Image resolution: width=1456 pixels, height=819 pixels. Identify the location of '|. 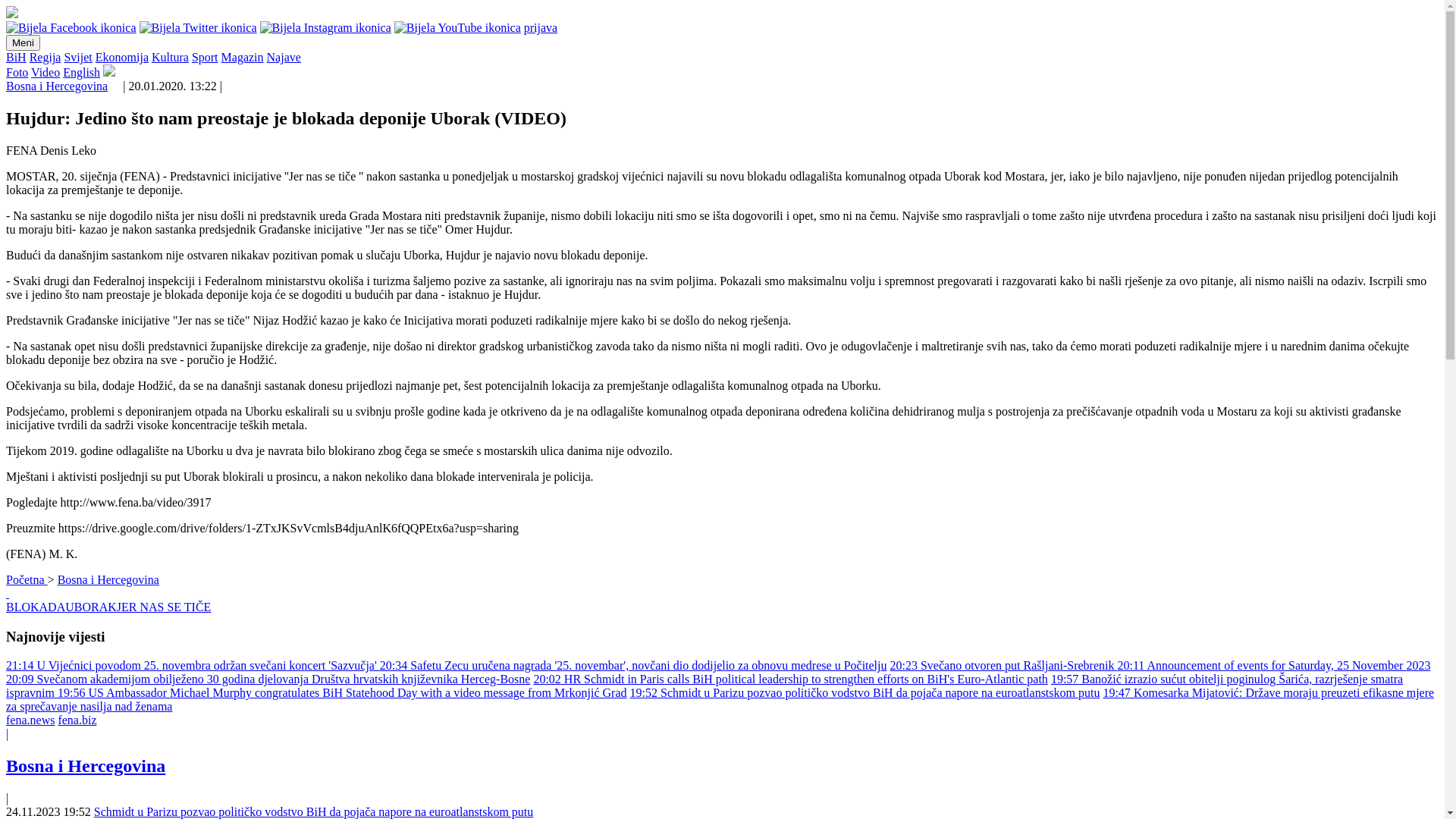
(6, 766).